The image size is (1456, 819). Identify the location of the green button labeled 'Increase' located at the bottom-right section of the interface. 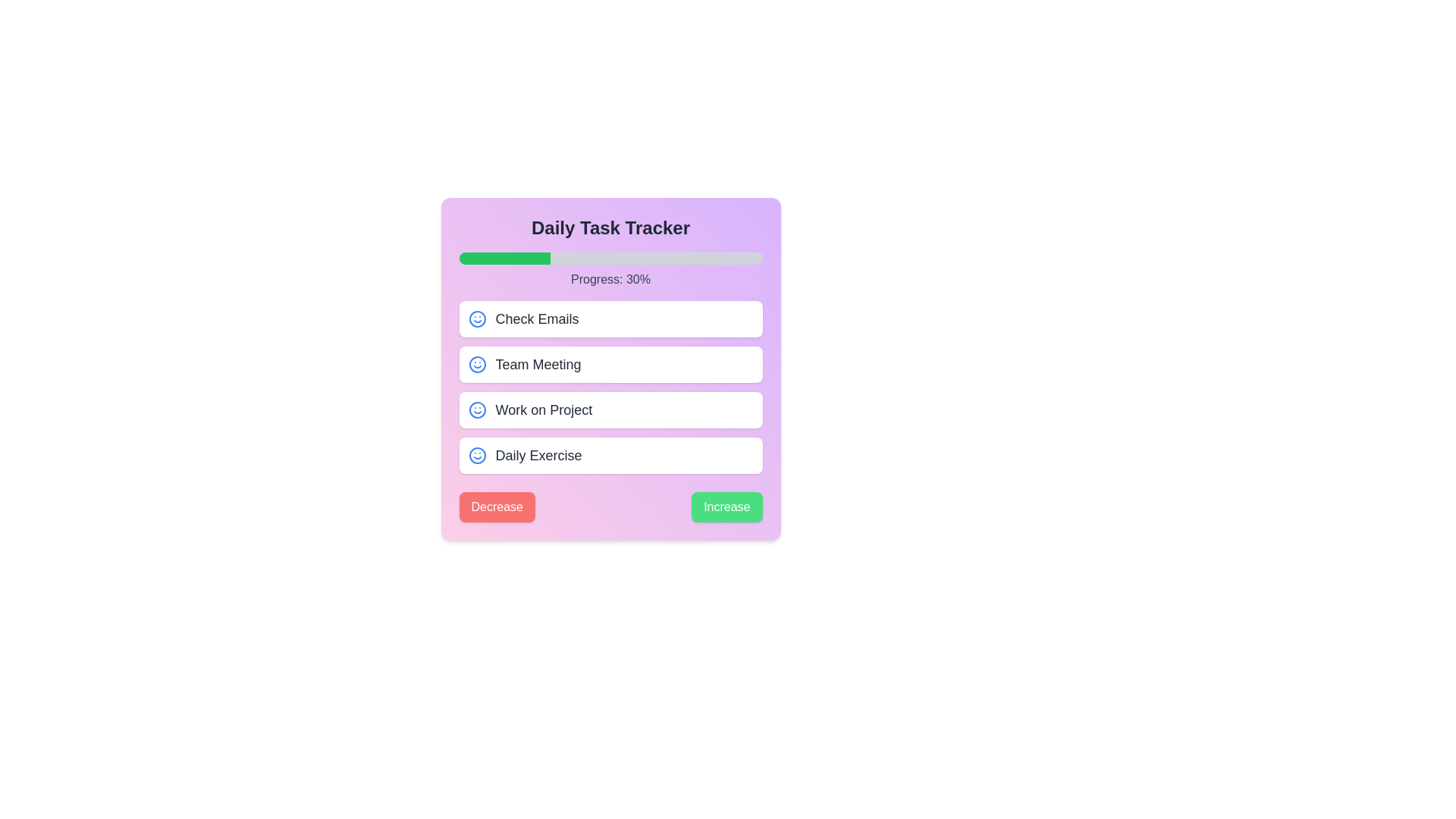
(726, 507).